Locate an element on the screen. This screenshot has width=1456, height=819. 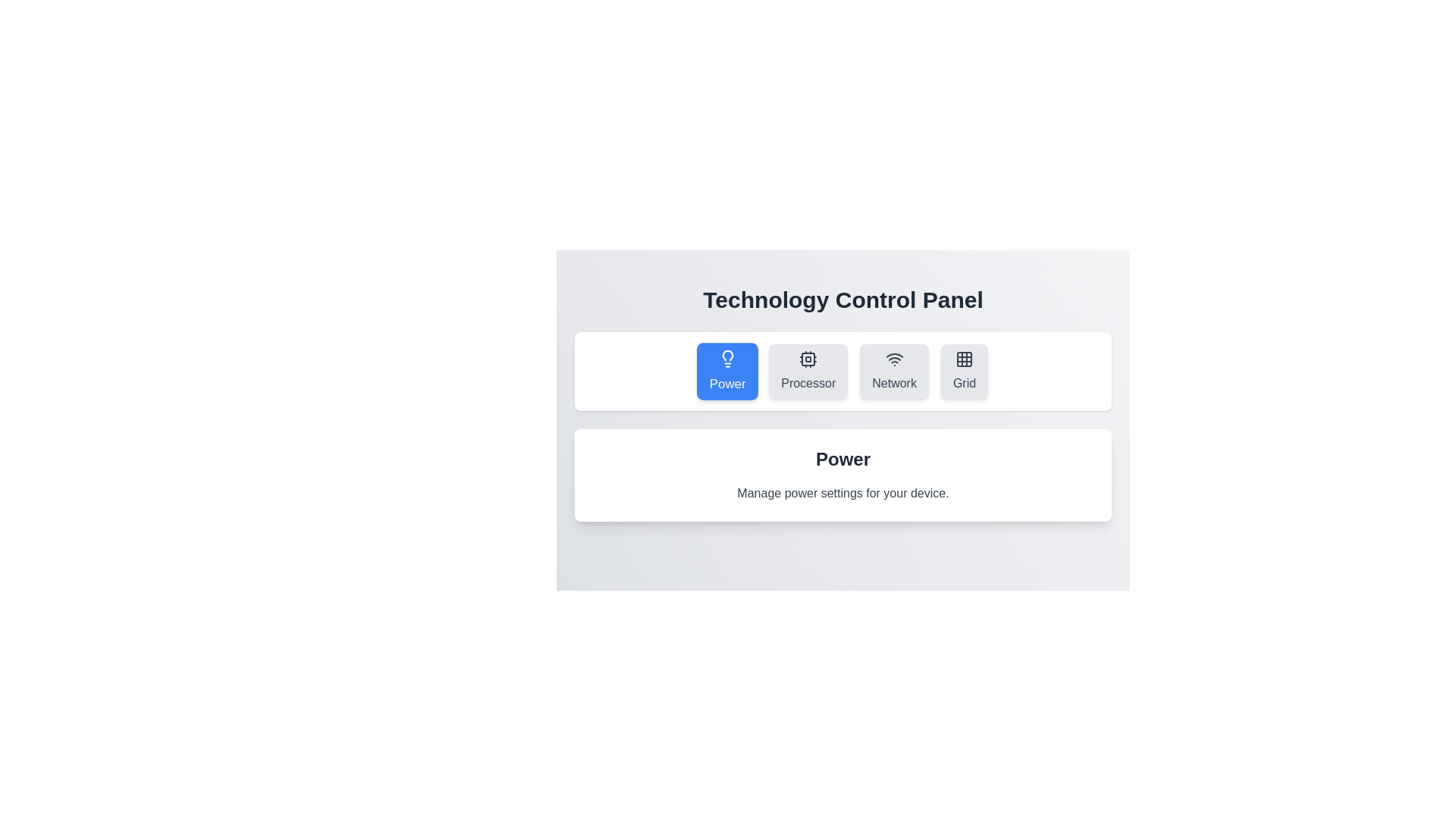
the Grid tab button to observe the hover effect is located at coordinates (964, 371).